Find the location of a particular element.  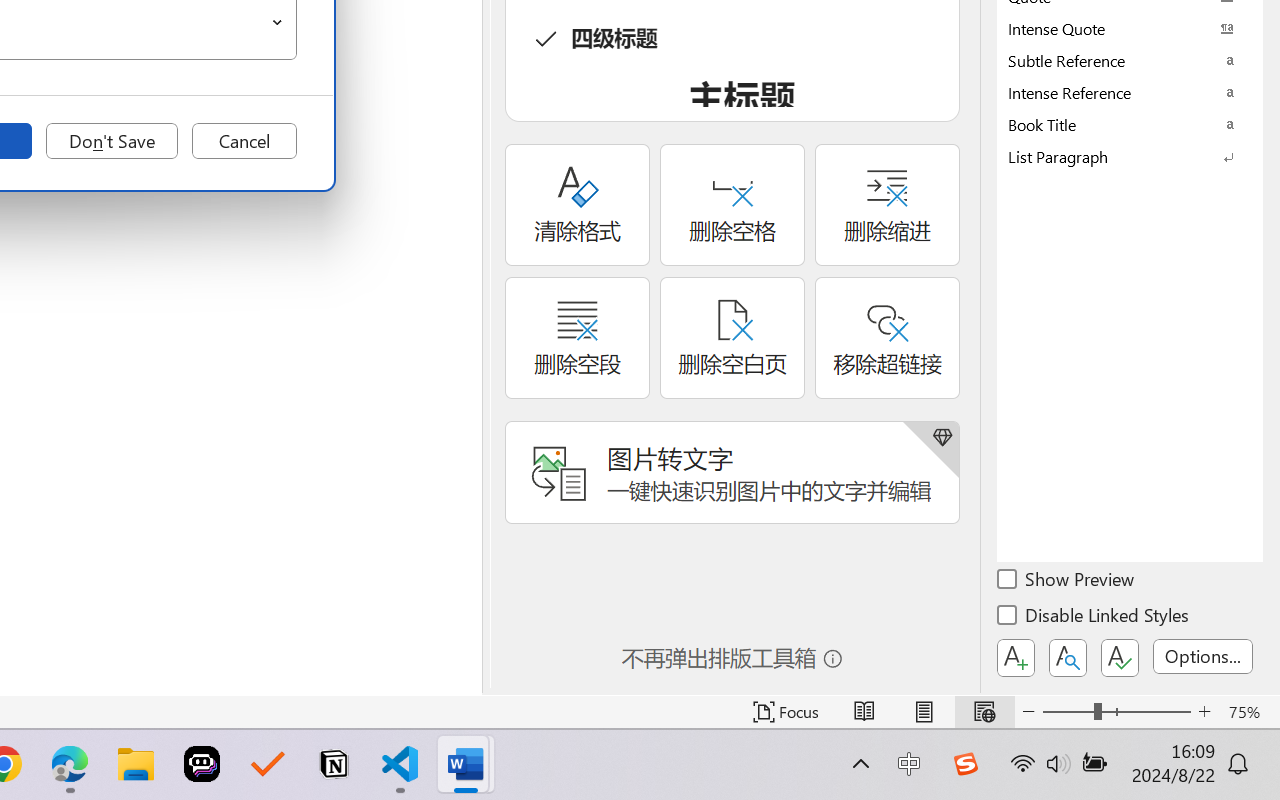

'Disable Linked Styles' is located at coordinates (1094, 618).